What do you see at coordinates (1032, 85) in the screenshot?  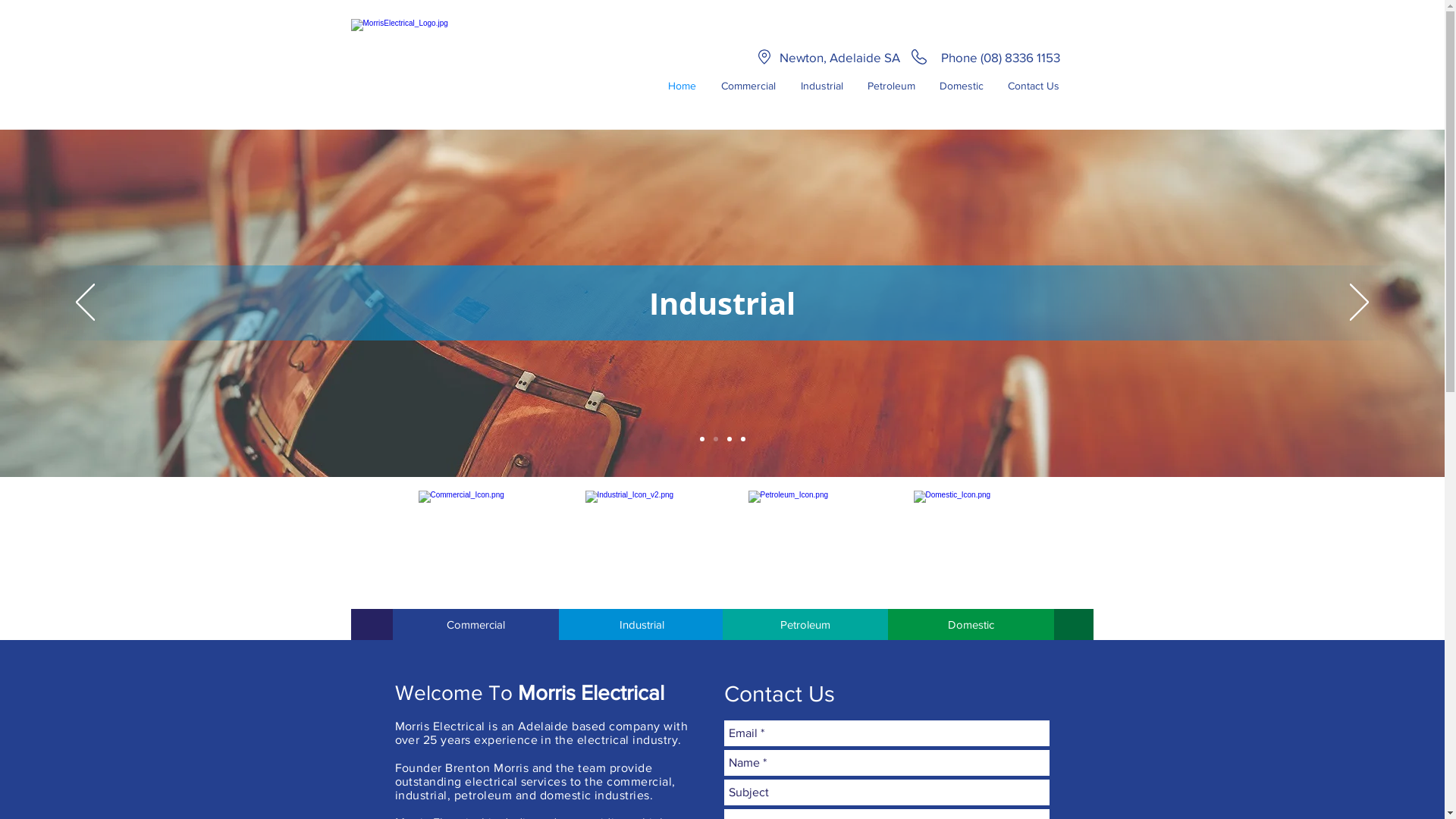 I see `'Contact Us'` at bounding box center [1032, 85].